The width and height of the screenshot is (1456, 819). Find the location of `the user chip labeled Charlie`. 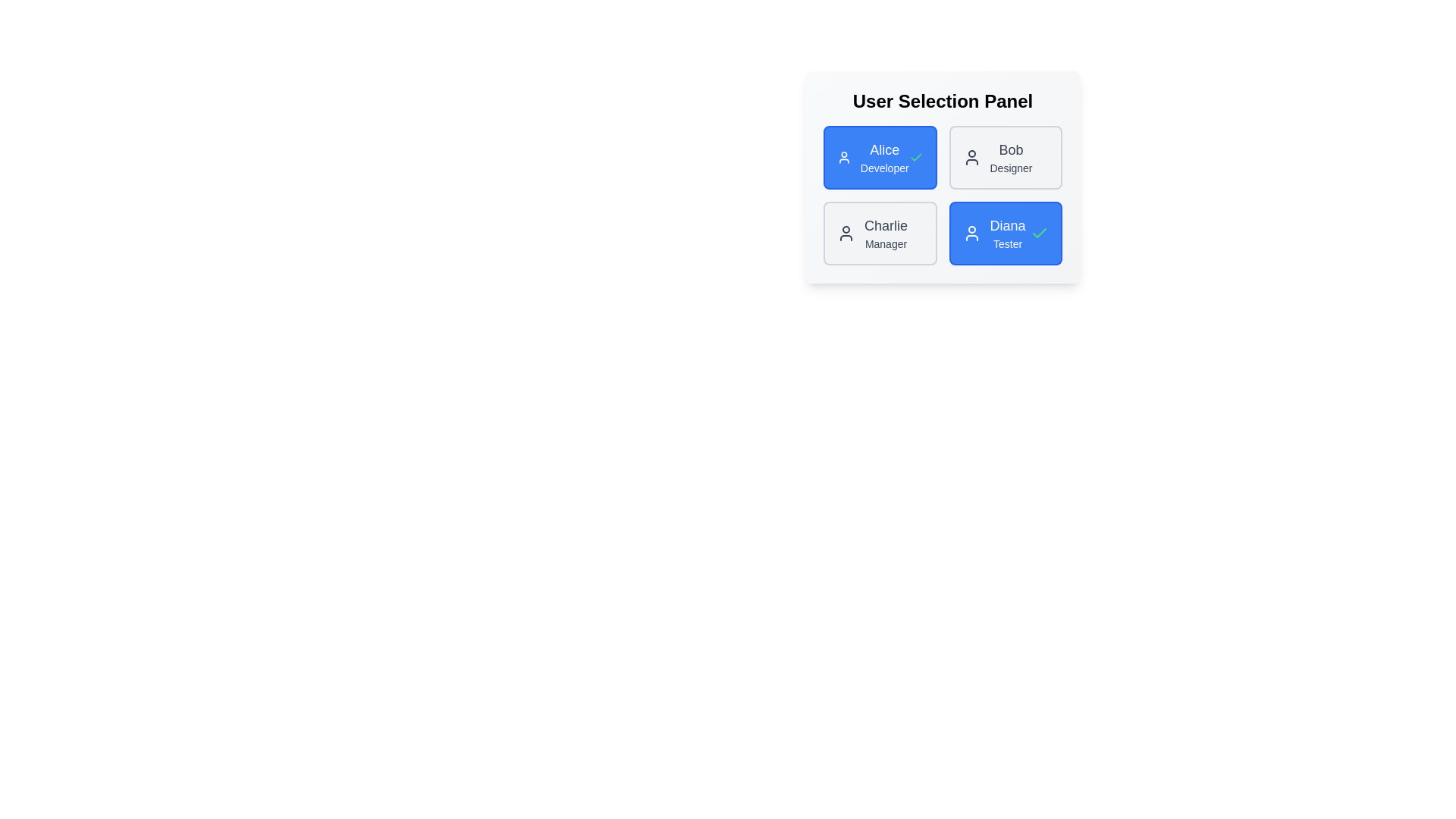

the user chip labeled Charlie is located at coordinates (880, 234).